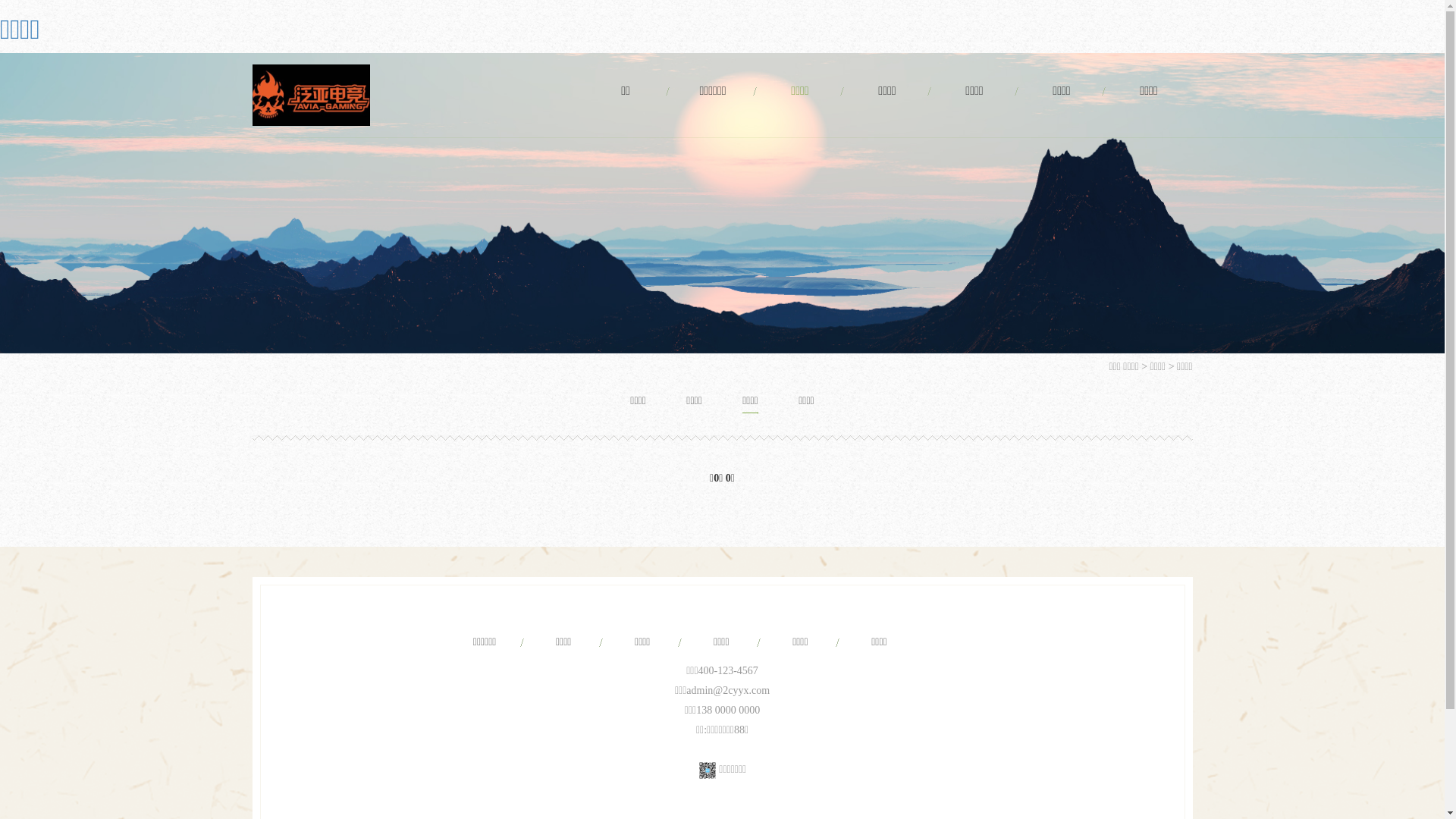  I want to click on '138 0000 0000', so click(728, 710).